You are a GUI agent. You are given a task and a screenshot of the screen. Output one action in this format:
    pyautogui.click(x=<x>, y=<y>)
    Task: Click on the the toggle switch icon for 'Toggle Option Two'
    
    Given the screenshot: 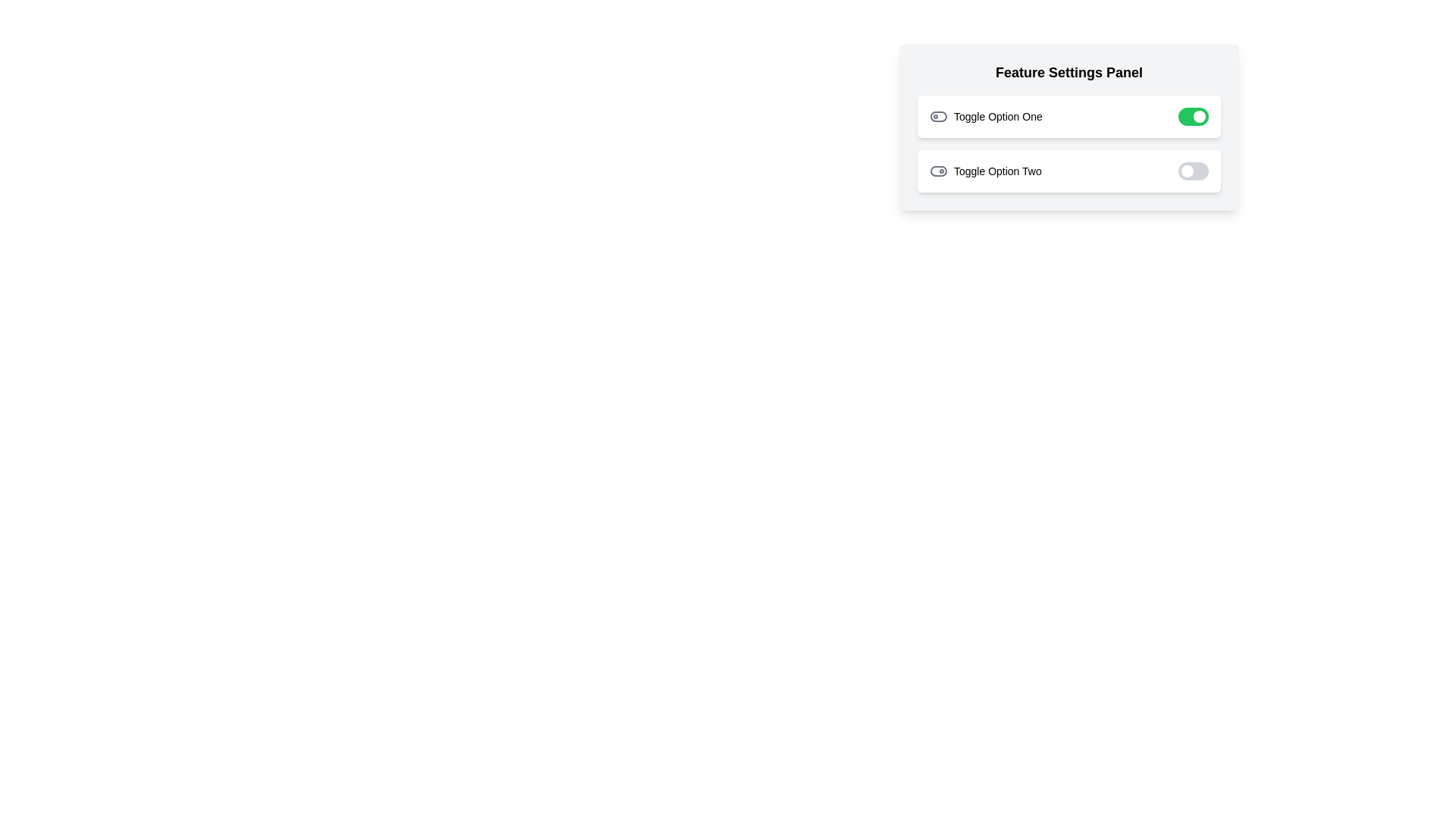 What is the action you would take?
    pyautogui.click(x=938, y=171)
    